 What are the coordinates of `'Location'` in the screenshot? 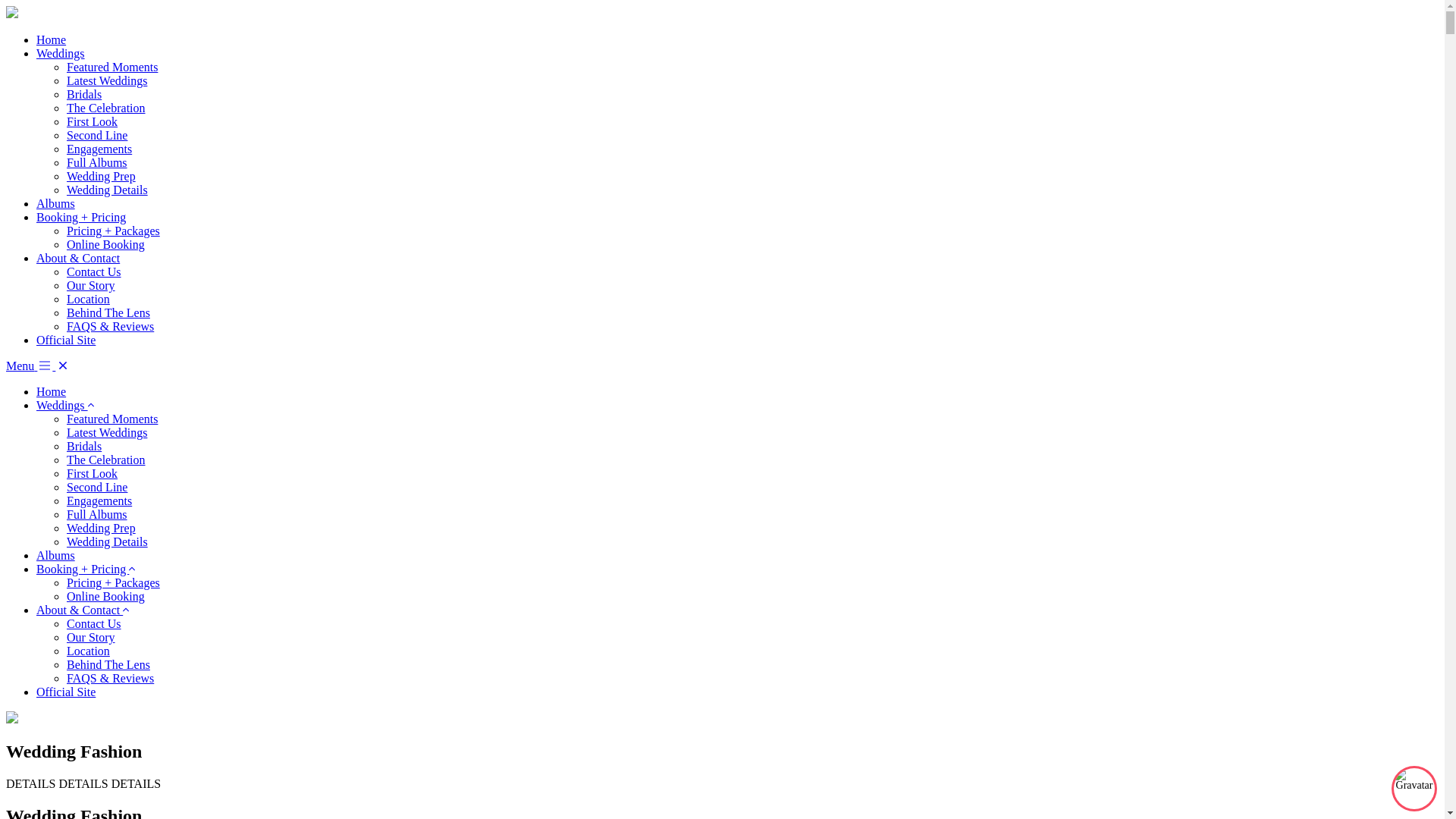 It's located at (87, 299).